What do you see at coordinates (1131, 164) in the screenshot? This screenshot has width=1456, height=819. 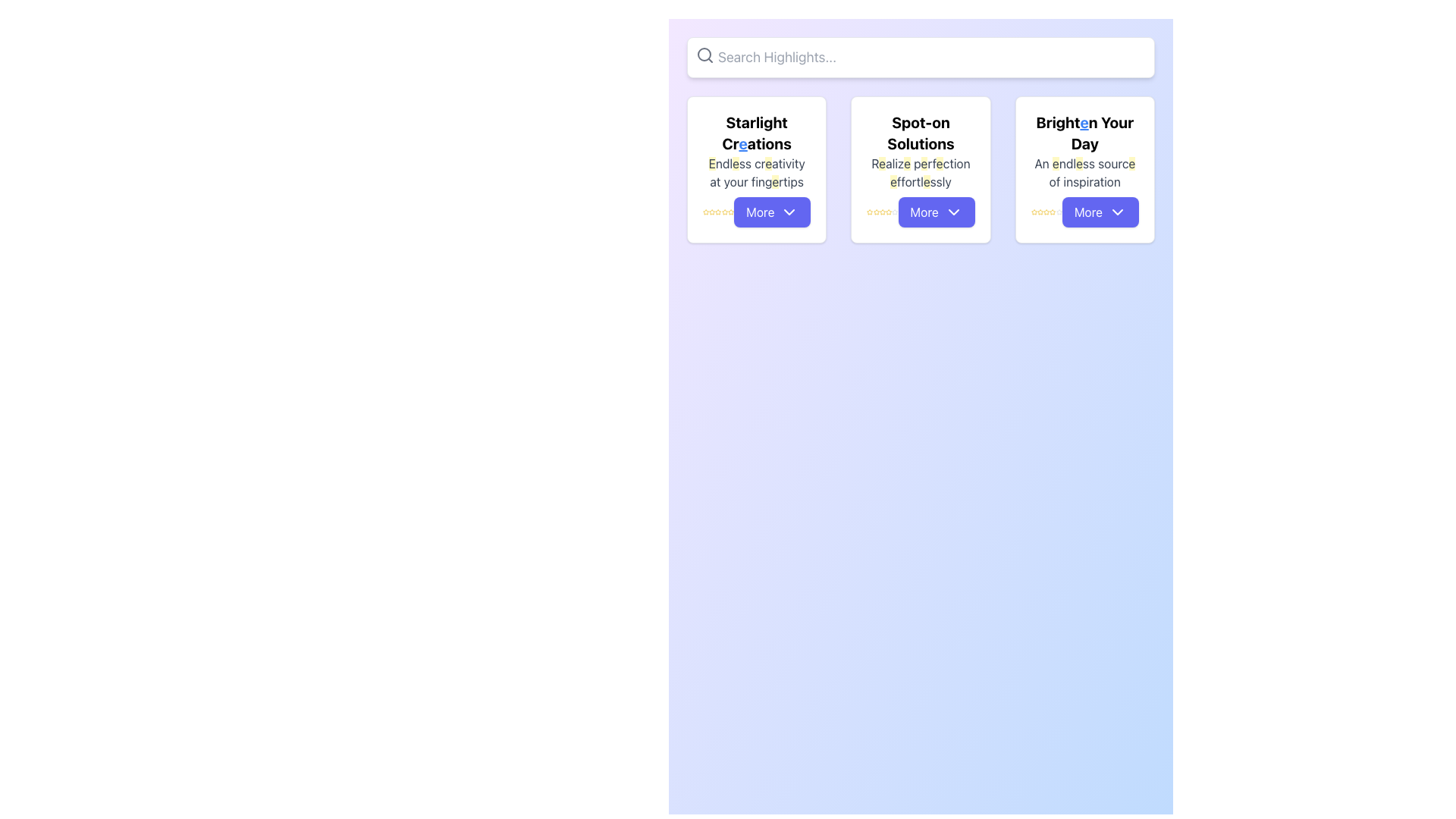 I see `the last occurrence of the letter 'e' in the phrase 'An endless source of inspiration' within the bottom text section of the 'Brighten Your Day' card` at bounding box center [1131, 164].